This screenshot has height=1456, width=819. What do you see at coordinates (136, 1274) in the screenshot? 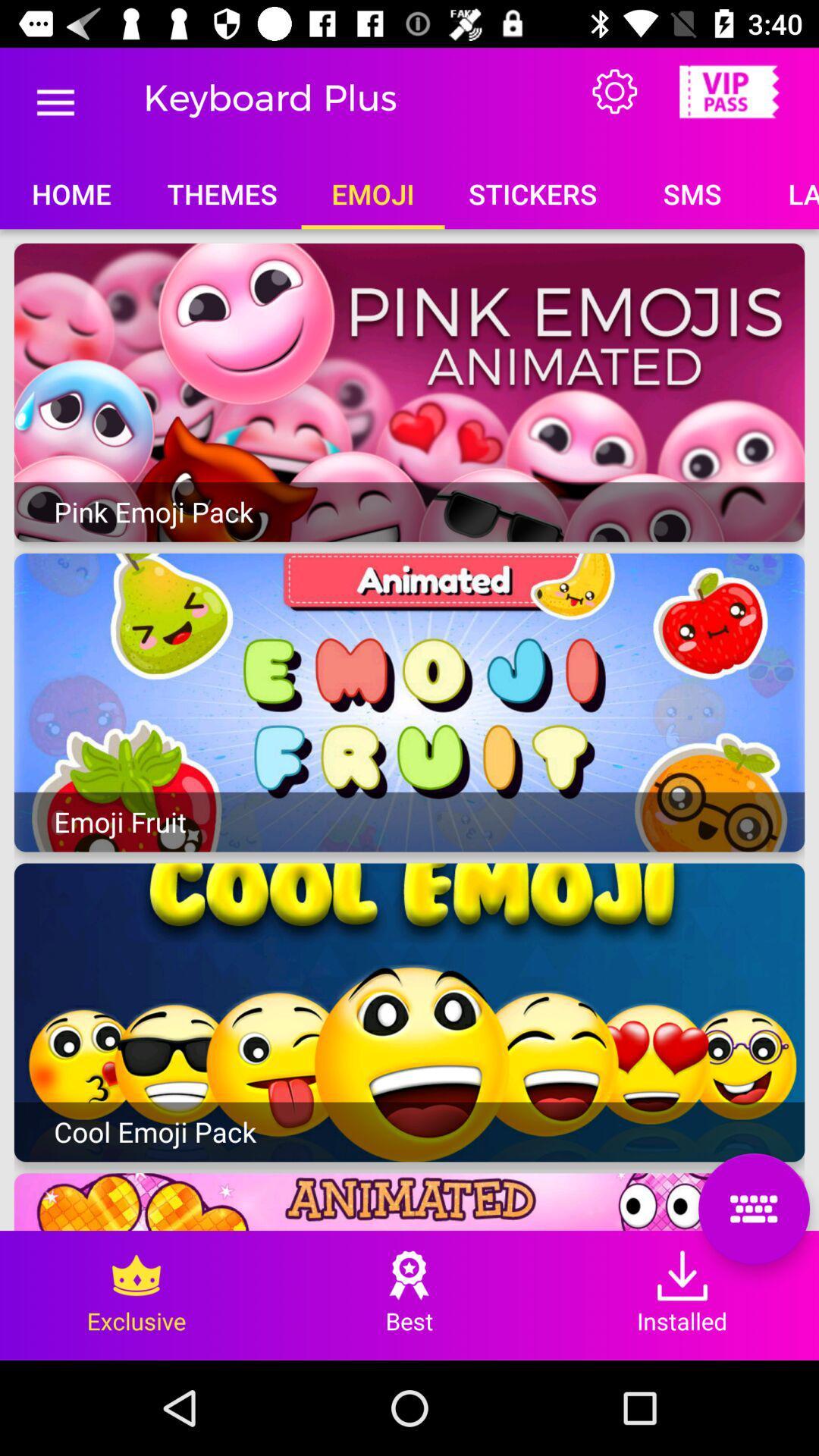
I see `the crown icon above exclusive` at bounding box center [136, 1274].